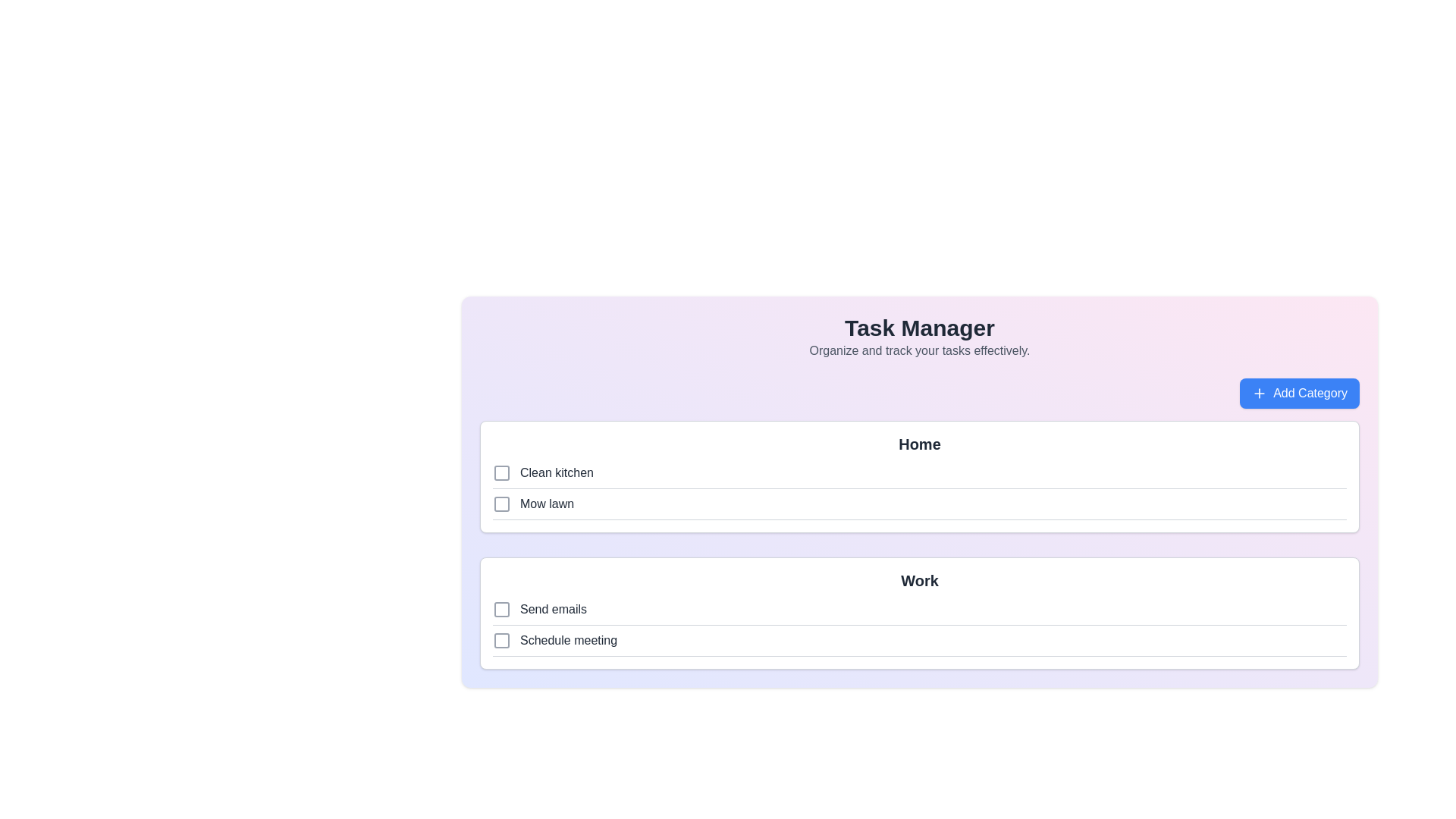 The image size is (1456, 819). Describe the element at coordinates (919, 643) in the screenshot. I see `task description for the list item labeled 'Schedule meeting', which is the second item in the 'Work' category and includes a checkbox input` at that location.